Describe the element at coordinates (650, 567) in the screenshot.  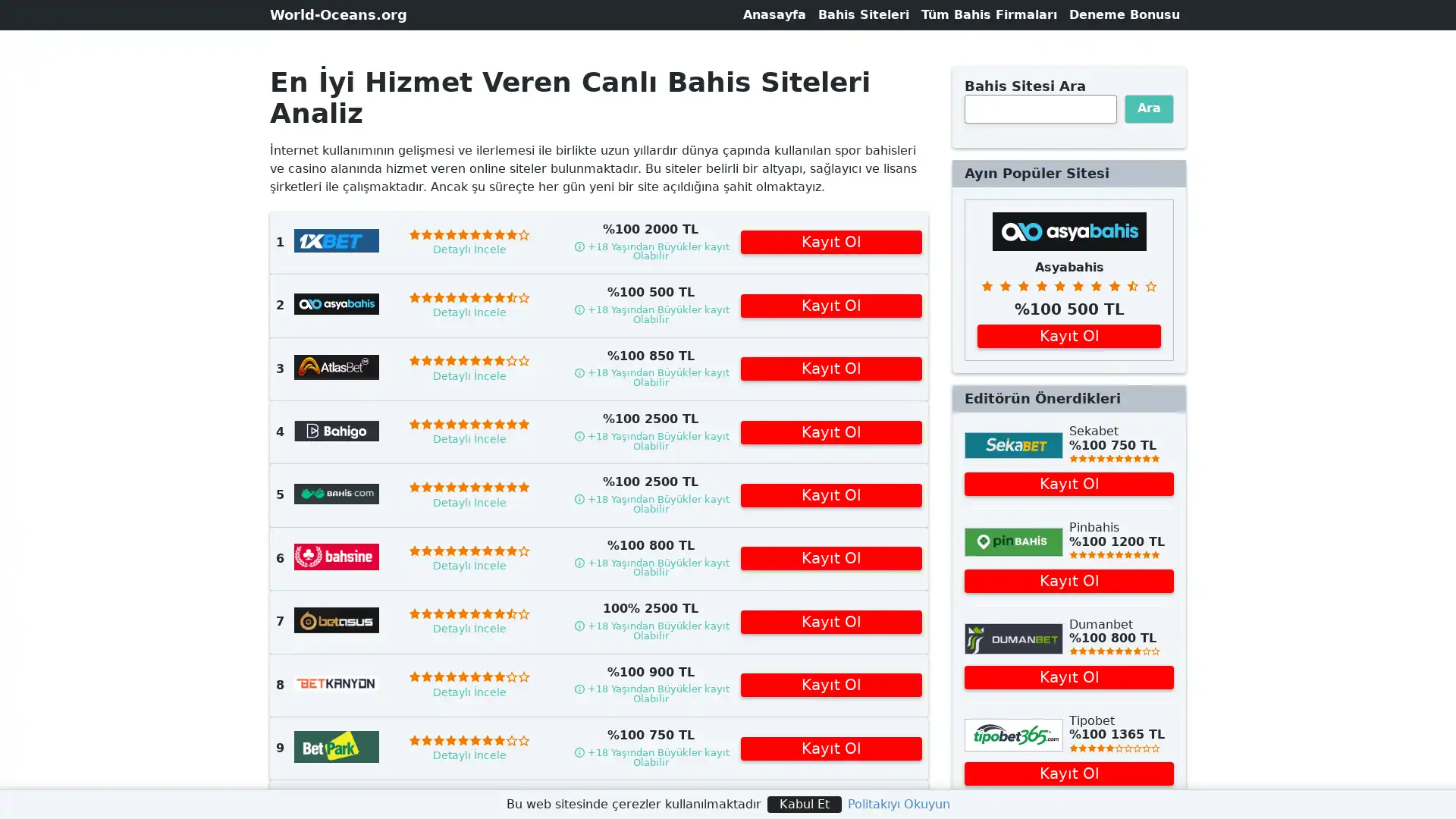
I see `Load terms and conditions` at that location.